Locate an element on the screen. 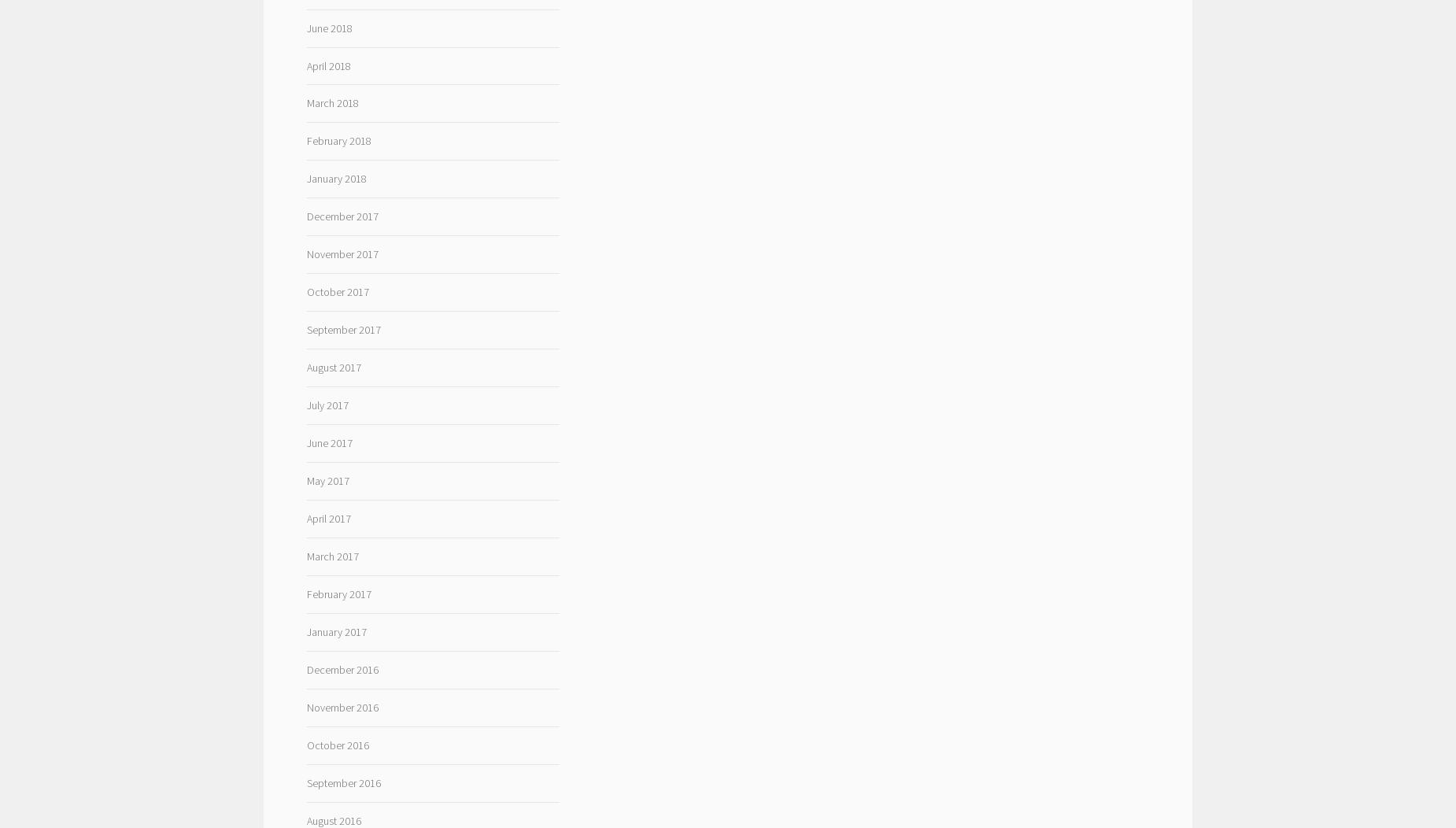 This screenshot has height=828, width=1456. 'March 2017' is located at coordinates (331, 556).